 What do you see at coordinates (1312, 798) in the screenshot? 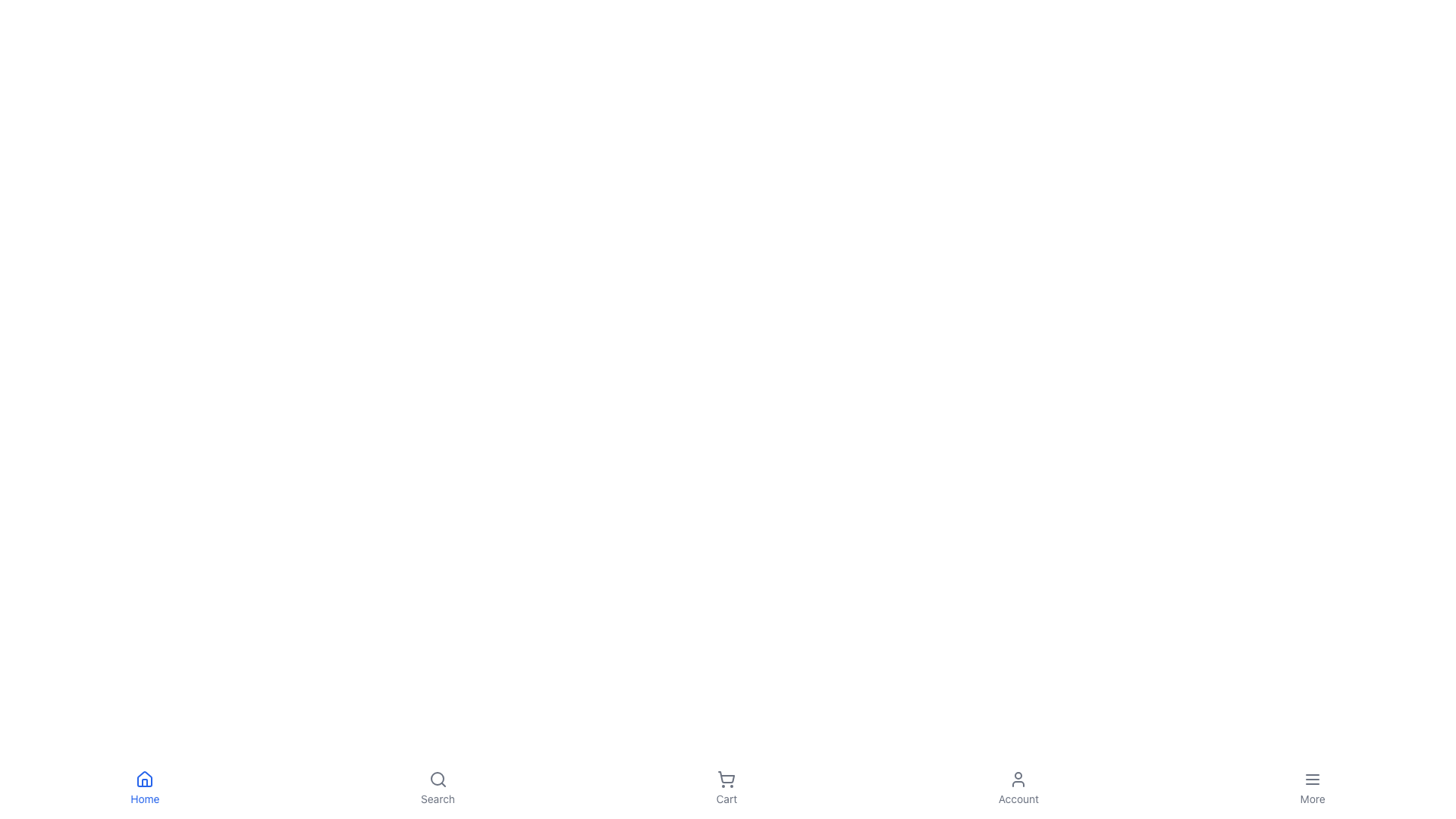
I see `the text label located at the bottom-right corner of the interface, which provides a visual description for the associated menu icon above it` at bounding box center [1312, 798].